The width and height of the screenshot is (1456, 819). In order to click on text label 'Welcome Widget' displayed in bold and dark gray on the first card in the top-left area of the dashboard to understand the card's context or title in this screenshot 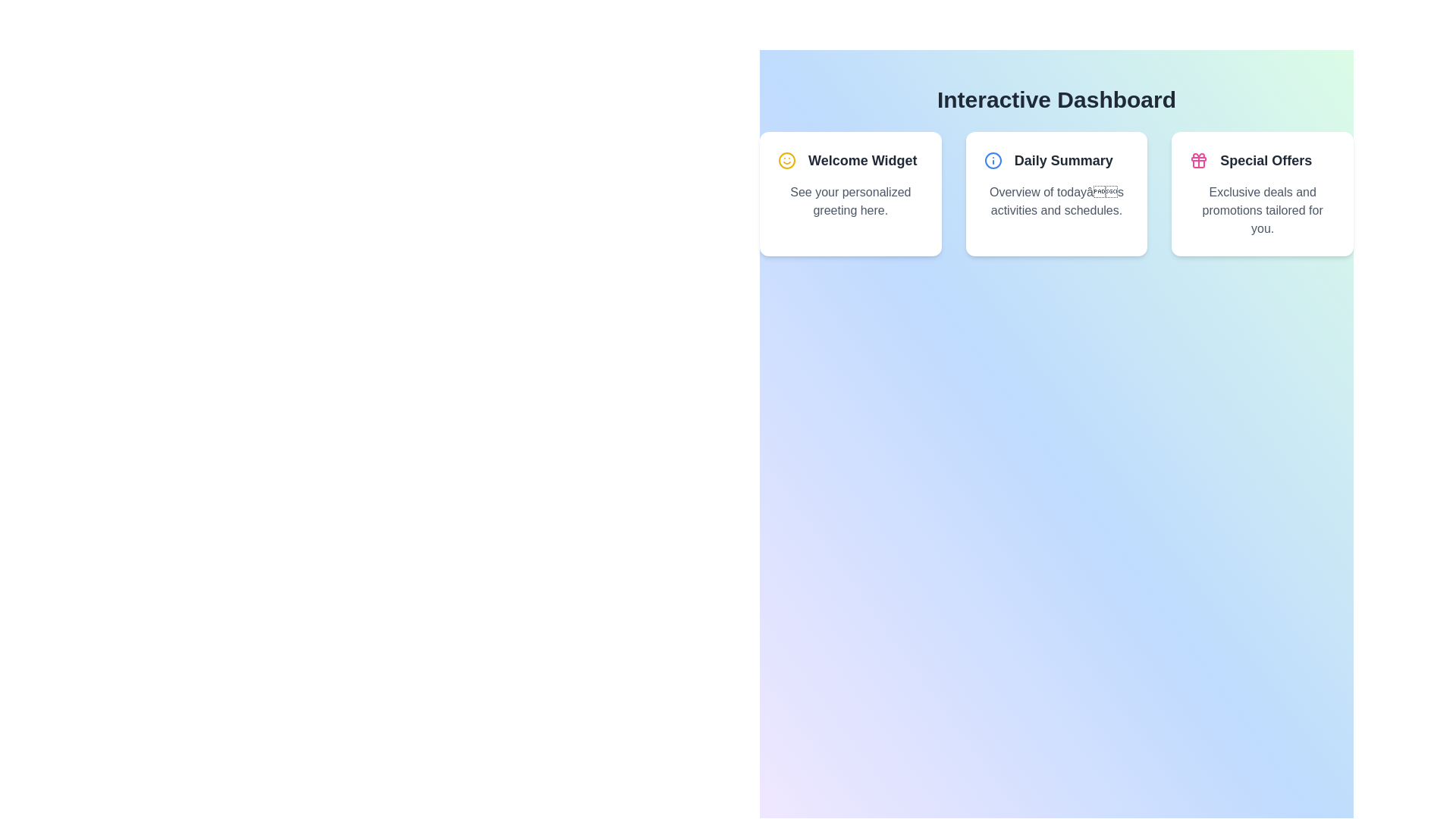, I will do `click(862, 161)`.